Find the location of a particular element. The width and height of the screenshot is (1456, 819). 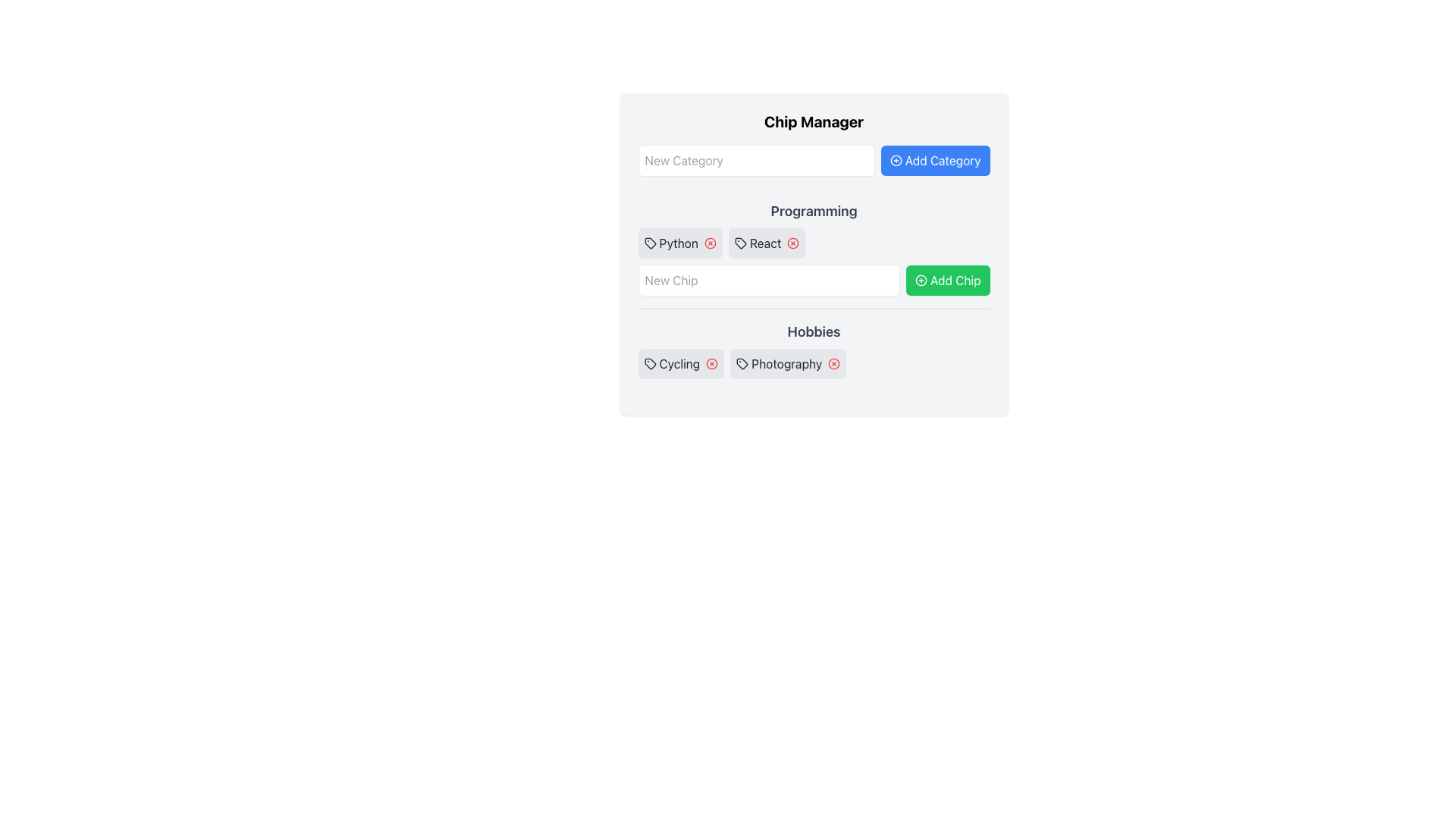

the left-most icon representing the category 'Photography' in the 'Hobbies' row of chips is located at coordinates (742, 363).